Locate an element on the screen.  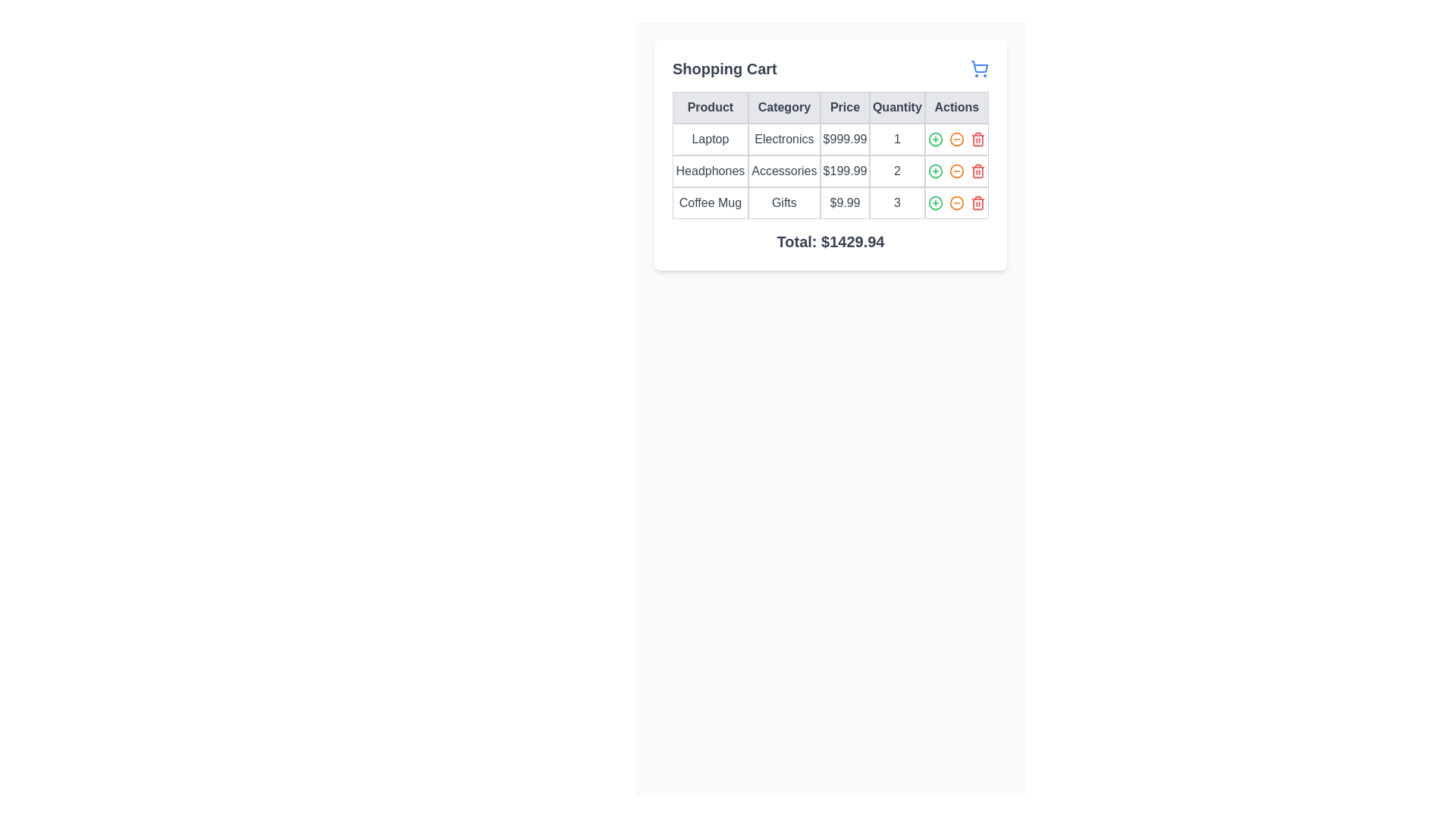
the Text Label representing the category of the product in the shopping cart table, specifically the second cell in the 'Category' column aligned with 'Headphones' on the left and '$199.99' on the right is located at coordinates (784, 171).